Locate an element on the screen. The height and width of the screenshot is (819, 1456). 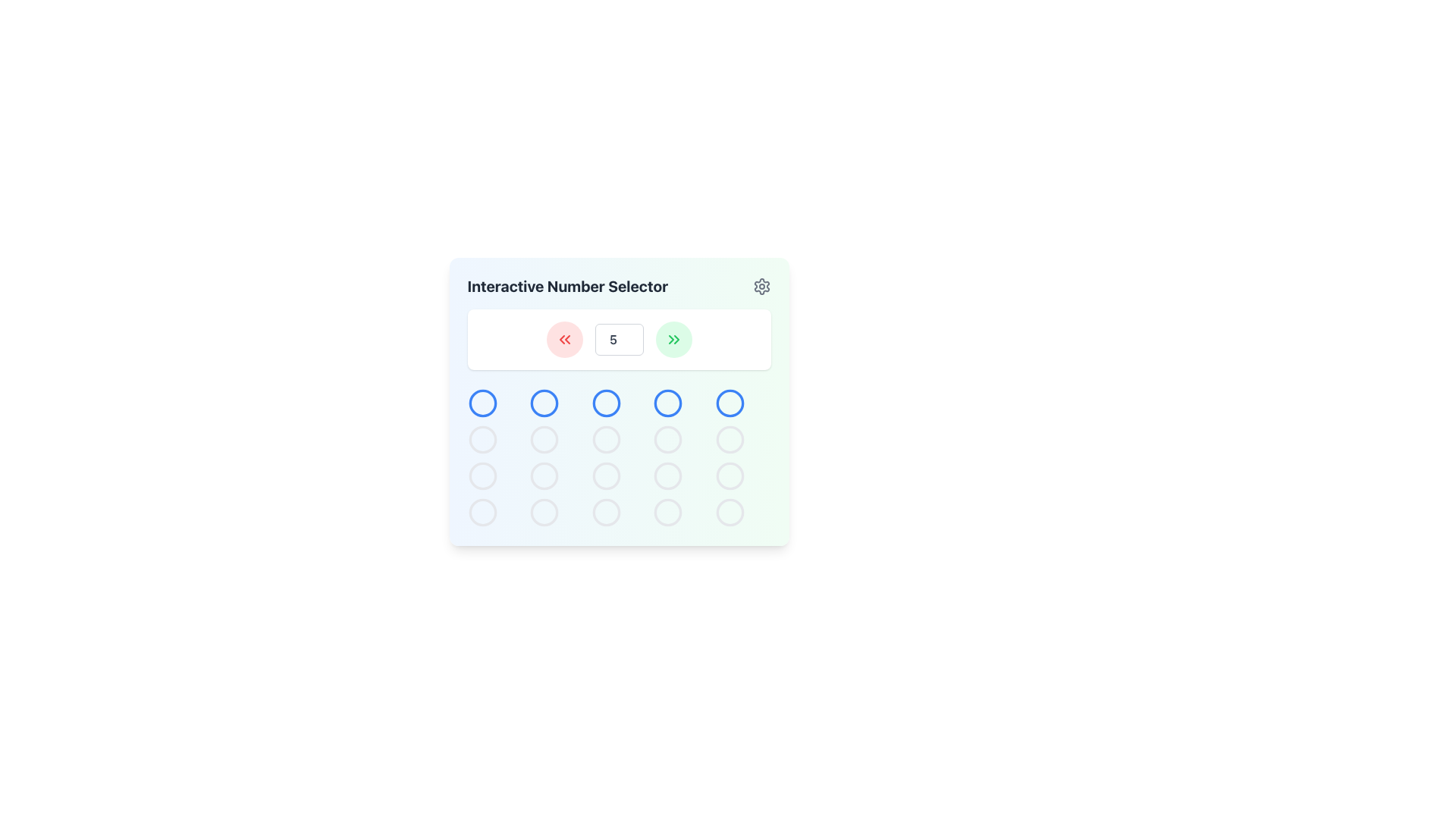
the left chevron icon, which is part of a dual-chevron navigation element located next to the number box labeled '5' is located at coordinates (670, 338).